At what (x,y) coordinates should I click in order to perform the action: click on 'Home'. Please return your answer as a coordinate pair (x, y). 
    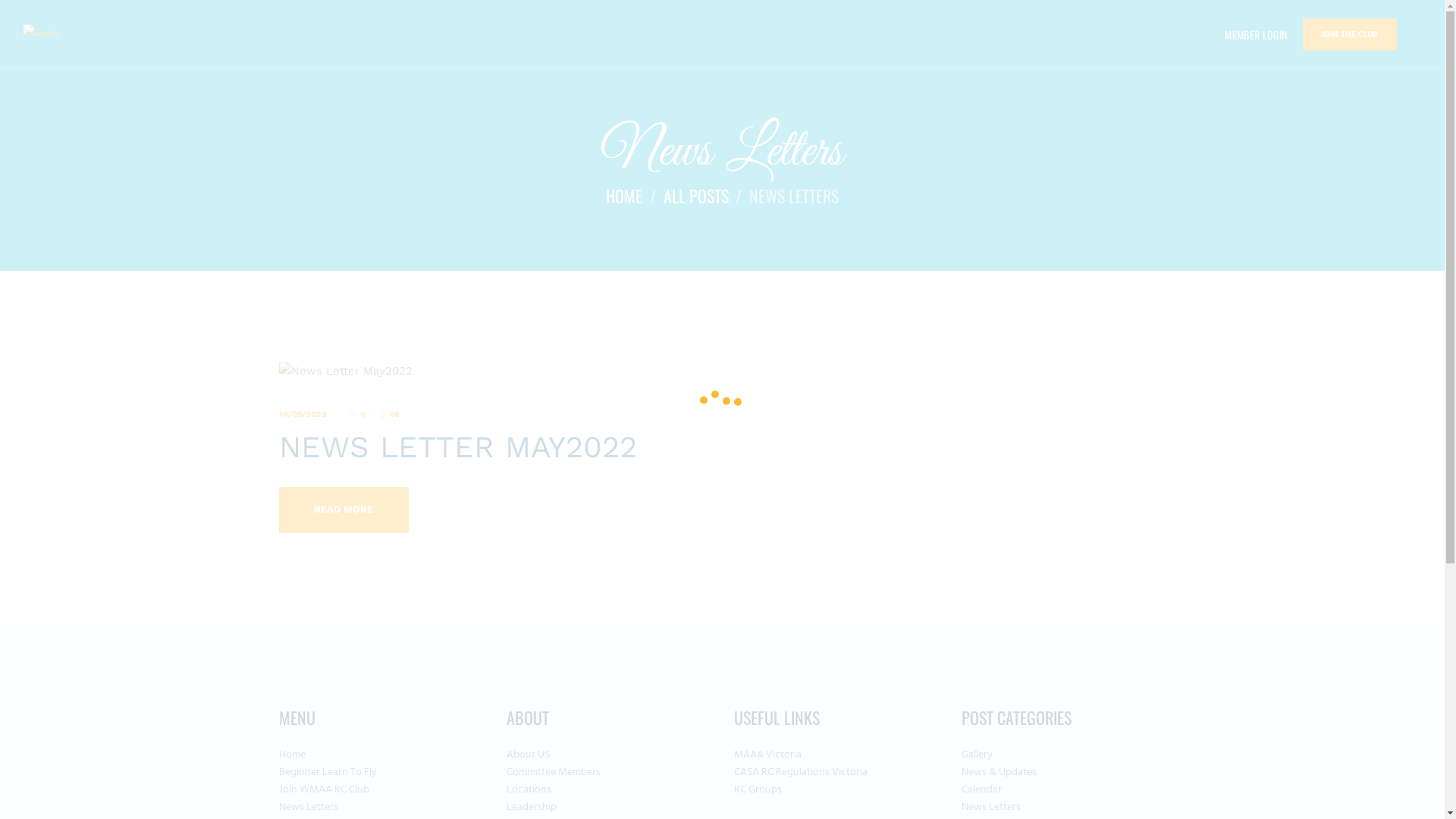
    Looking at the image, I should click on (292, 755).